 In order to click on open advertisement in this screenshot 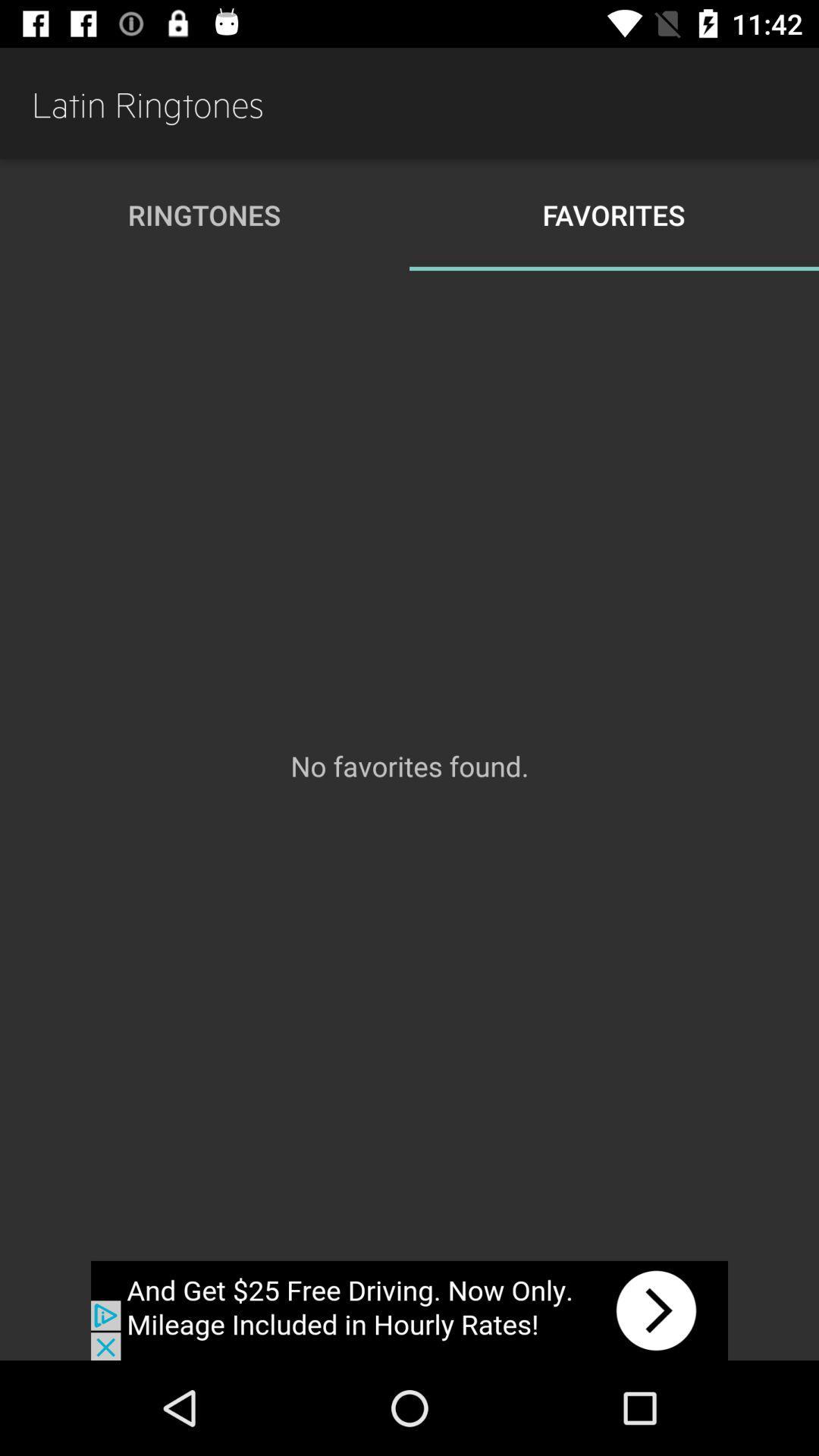, I will do `click(409, 1310)`.